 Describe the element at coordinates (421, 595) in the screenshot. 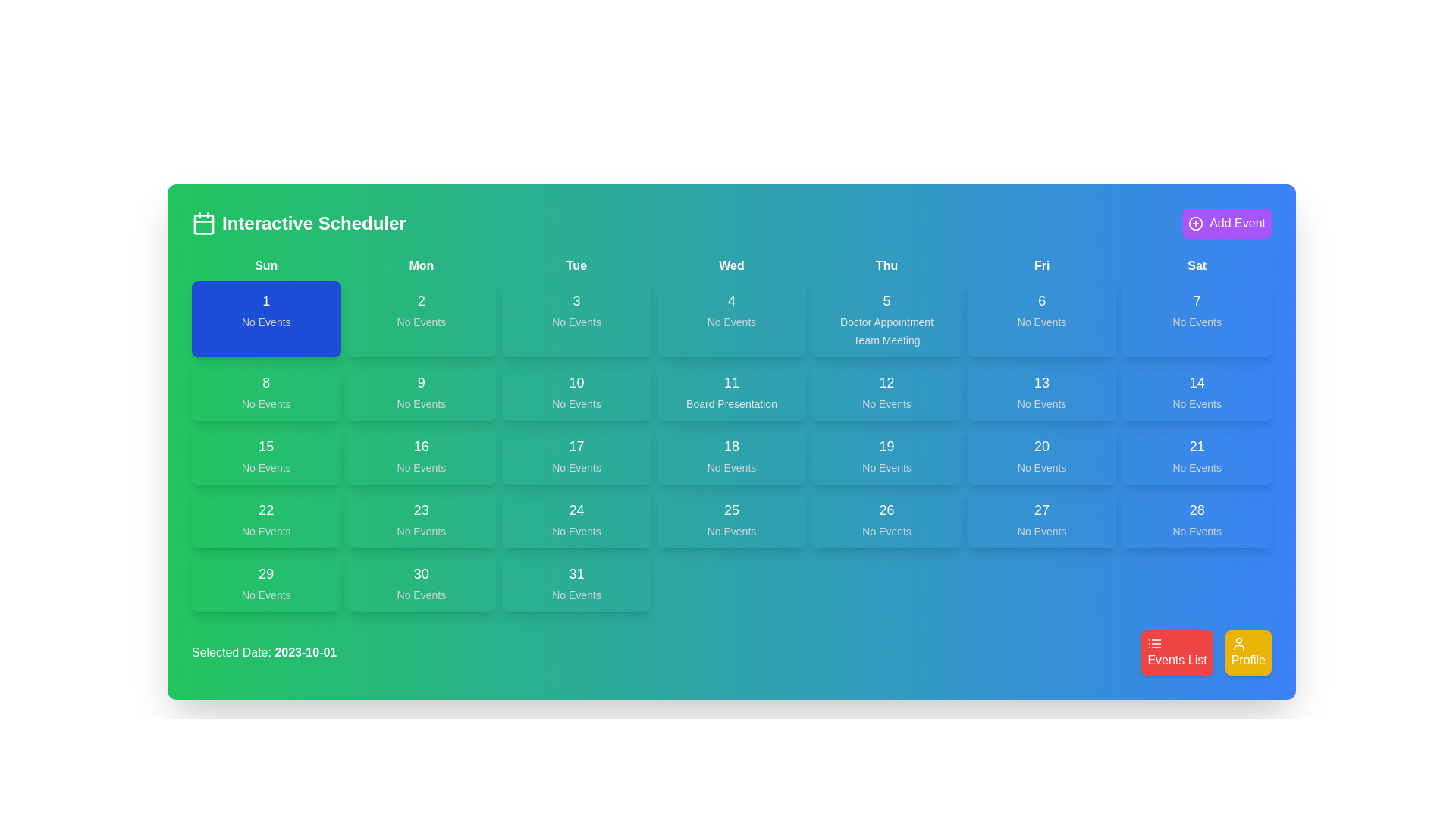

I see `the informational content of the 'No Events' text label located below the number 30 in the calendar interface` at that location.